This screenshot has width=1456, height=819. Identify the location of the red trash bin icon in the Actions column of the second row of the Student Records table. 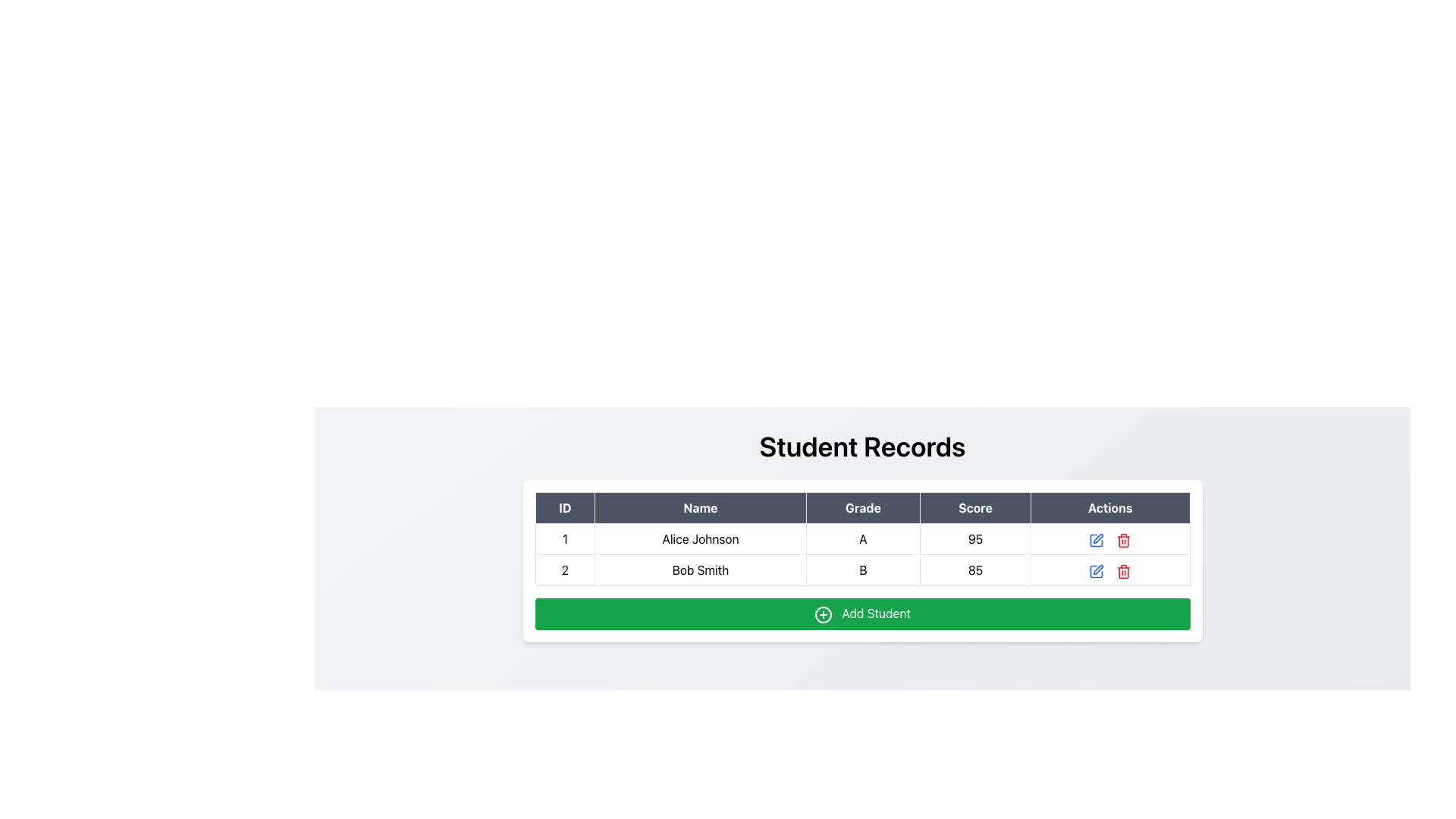
(1124, 571).